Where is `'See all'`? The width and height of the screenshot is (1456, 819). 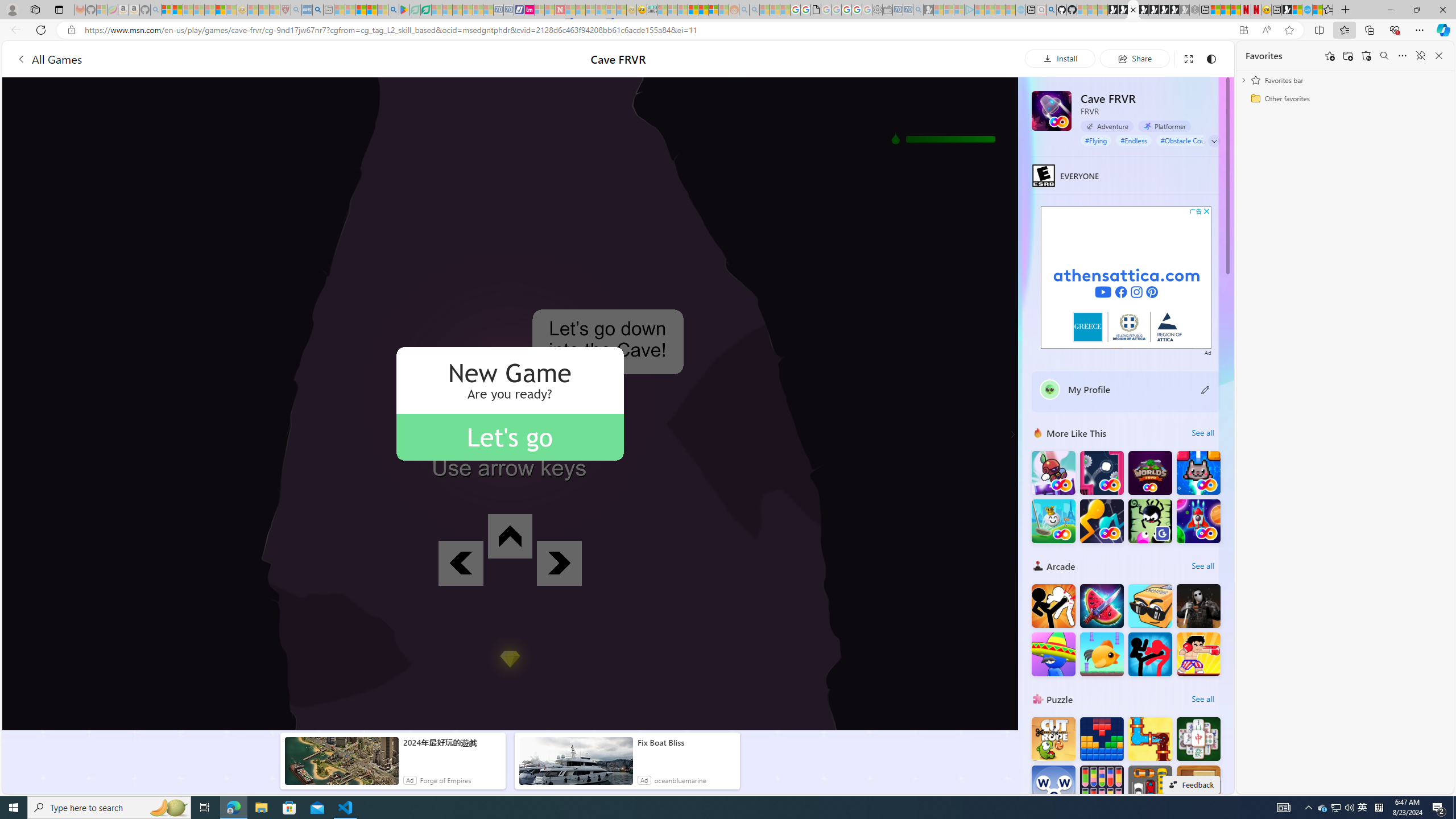 'See all' is located at coordinates (1202, 699).